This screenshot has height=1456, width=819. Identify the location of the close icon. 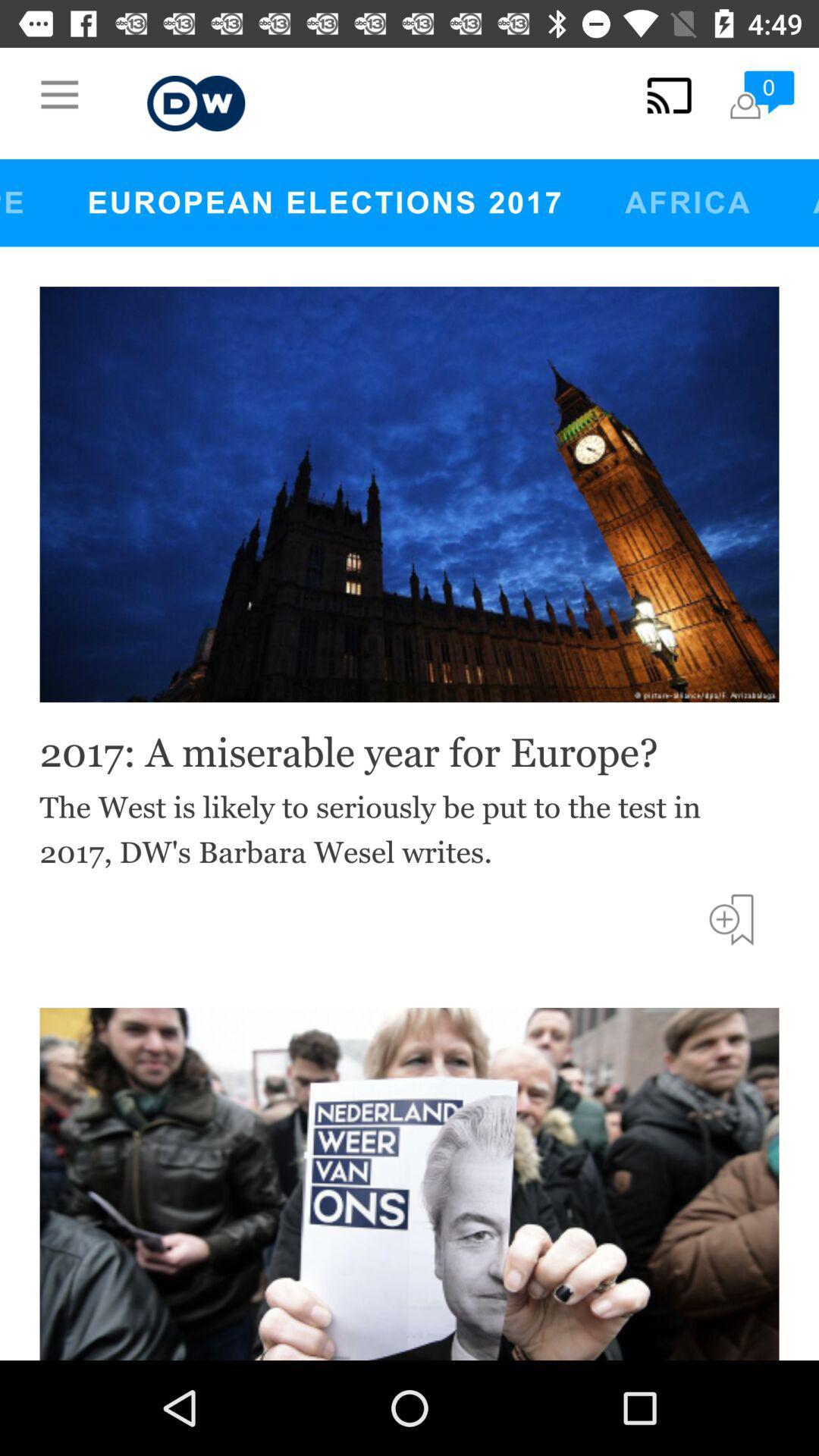
(746, 238).